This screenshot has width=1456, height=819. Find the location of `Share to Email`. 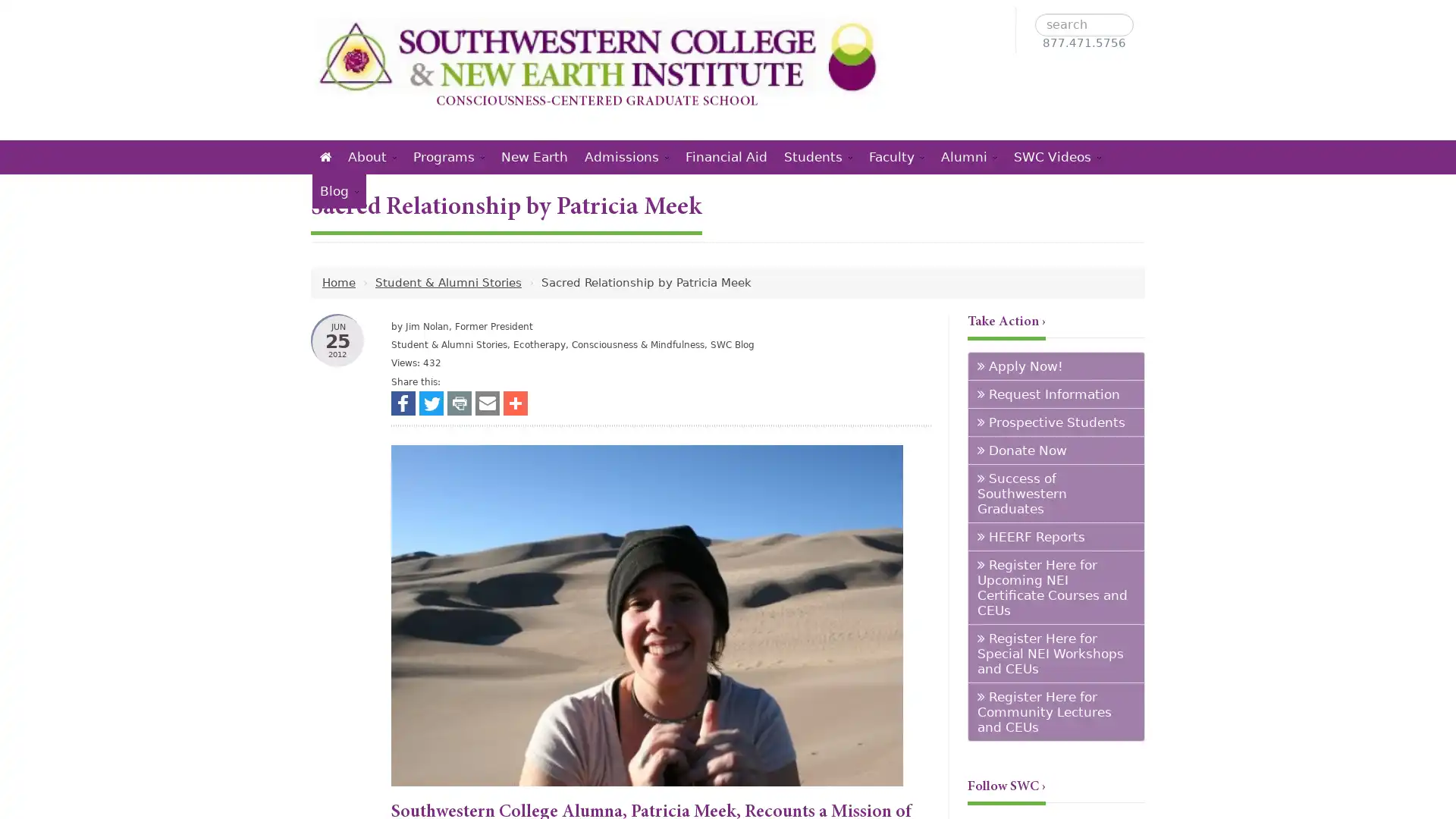

Share to Email is located at coordinates (488, 402).